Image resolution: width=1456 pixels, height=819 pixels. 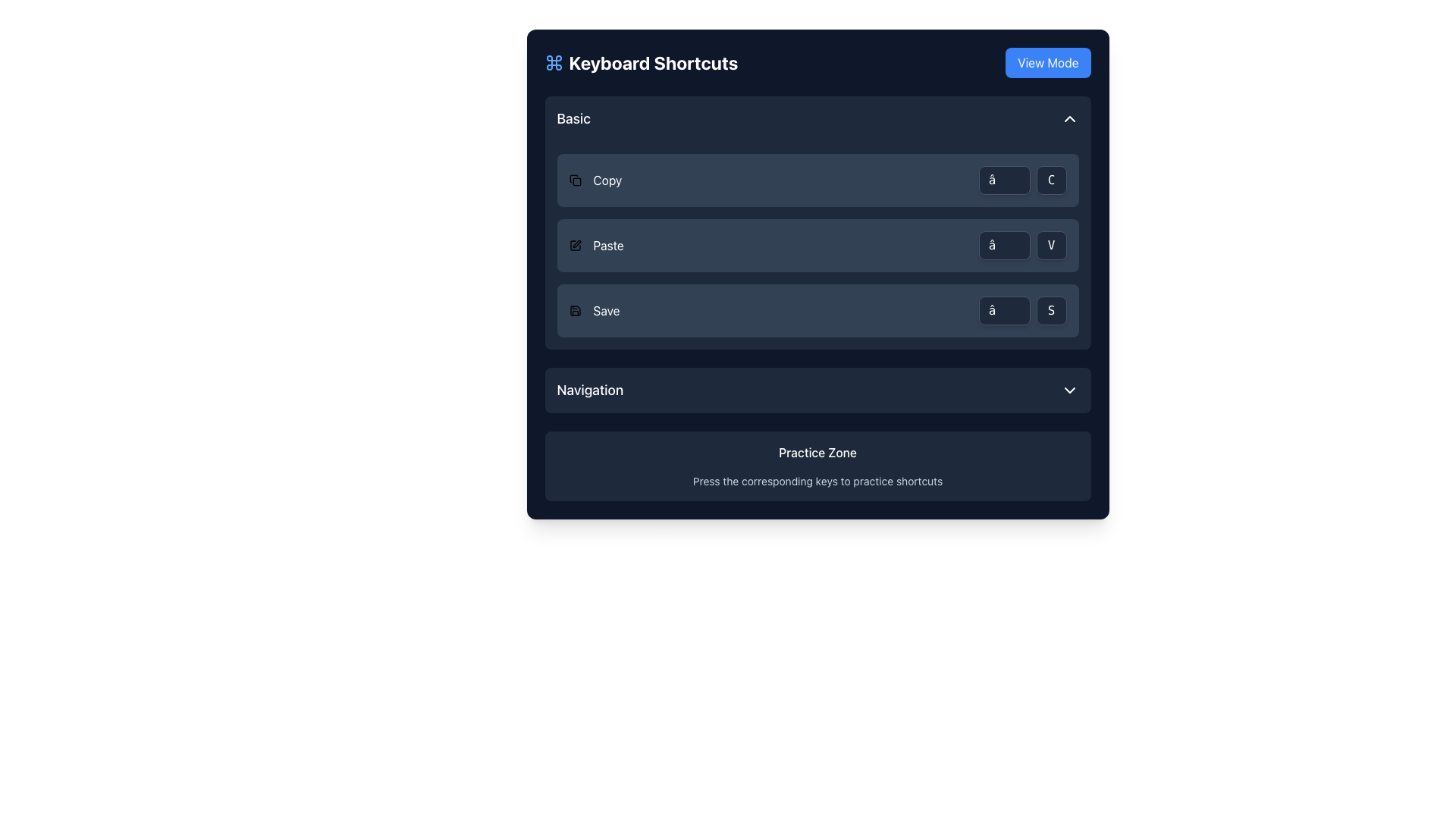 What do you see at coordinates (1050, 245) in the screenshot?
I see `the square button with a dark slate background and white 'V' text, located to the right of the '⌘' button in the middle section of the keyboard shortcuts list under the 'Paste' action` at bounding box center [1050, 245].